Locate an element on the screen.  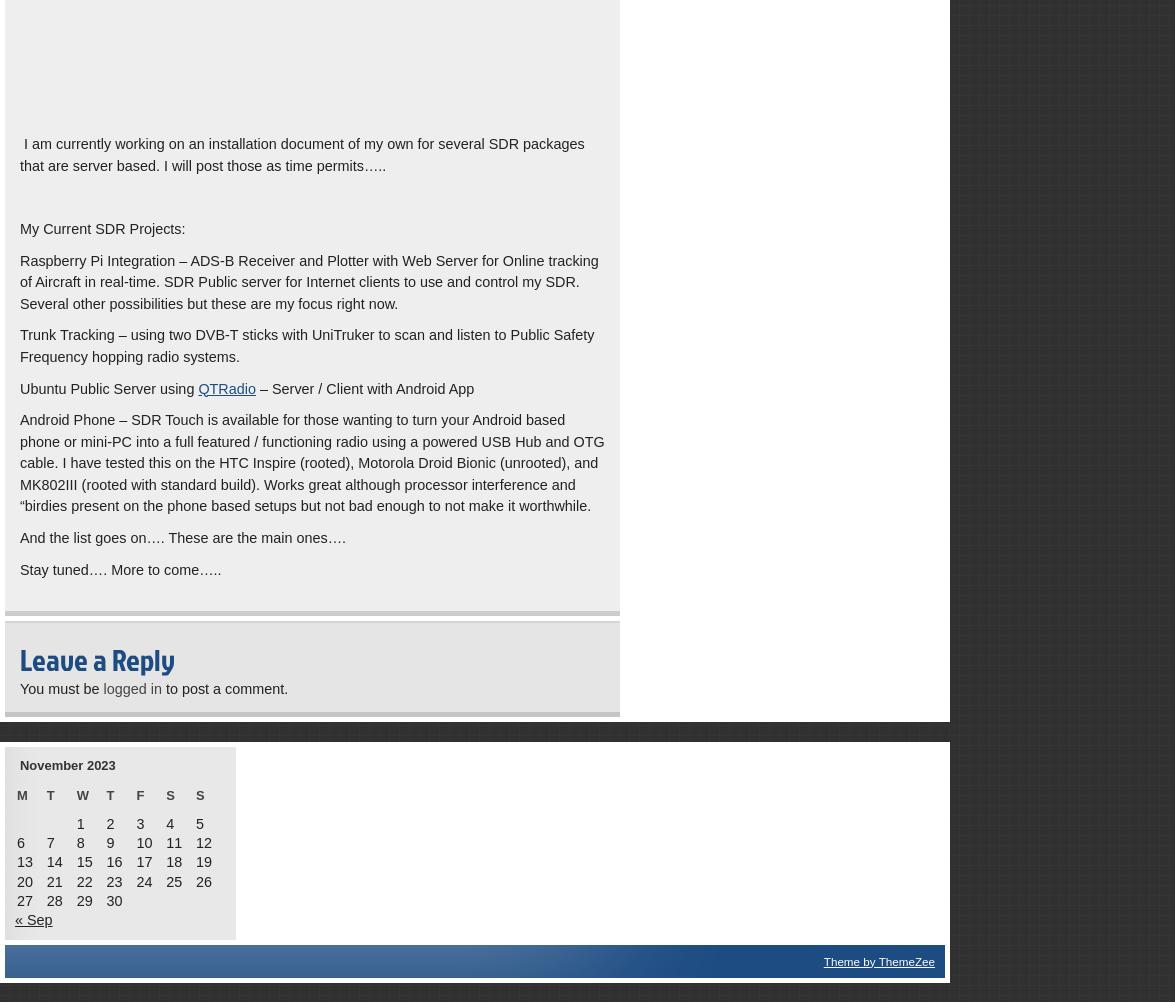
'28' is located at coordinates (54, 899).